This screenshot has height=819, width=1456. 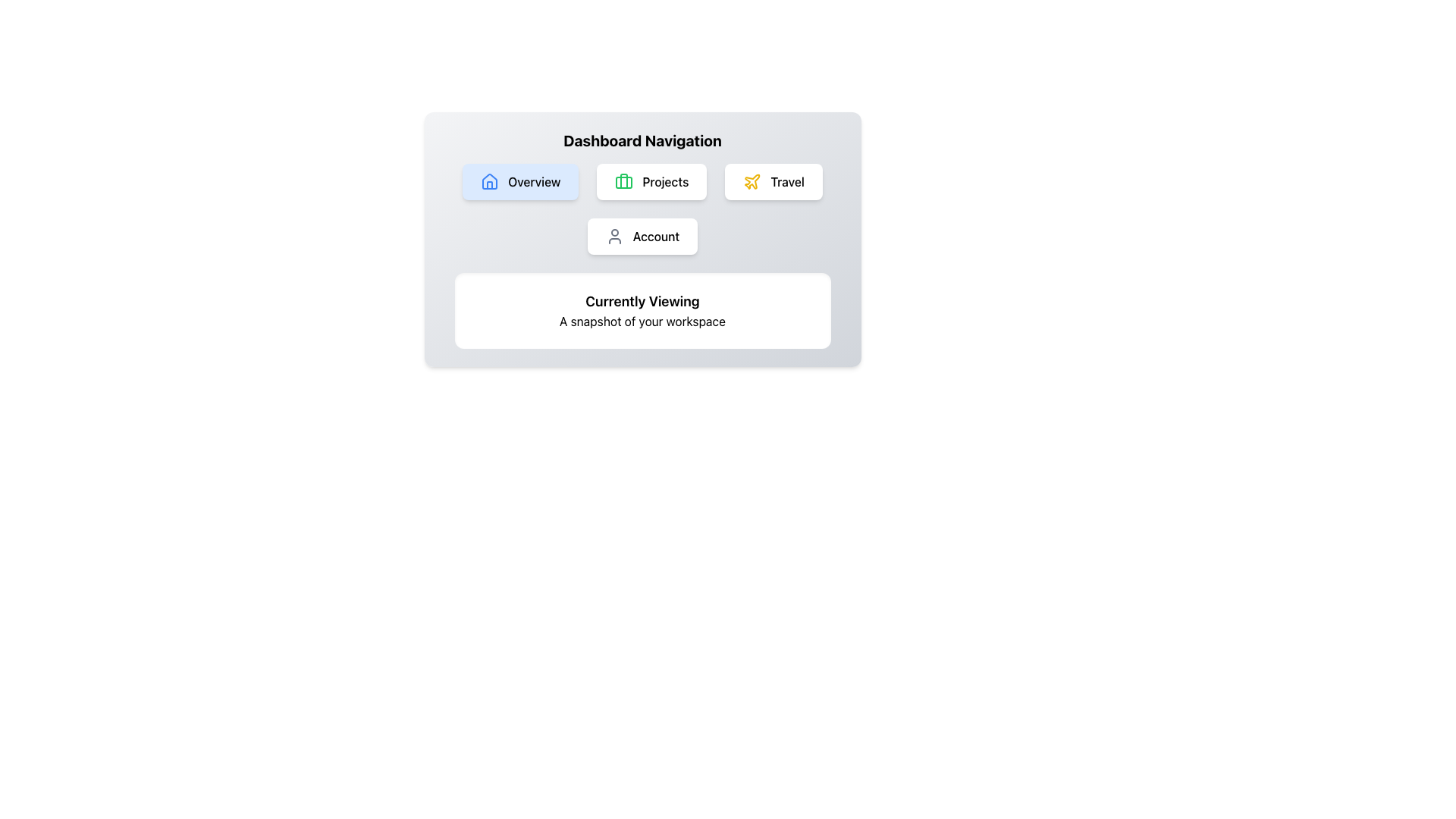 I want to click on the Navigation bar containing interactive buttons, so click(x=642, y=209).